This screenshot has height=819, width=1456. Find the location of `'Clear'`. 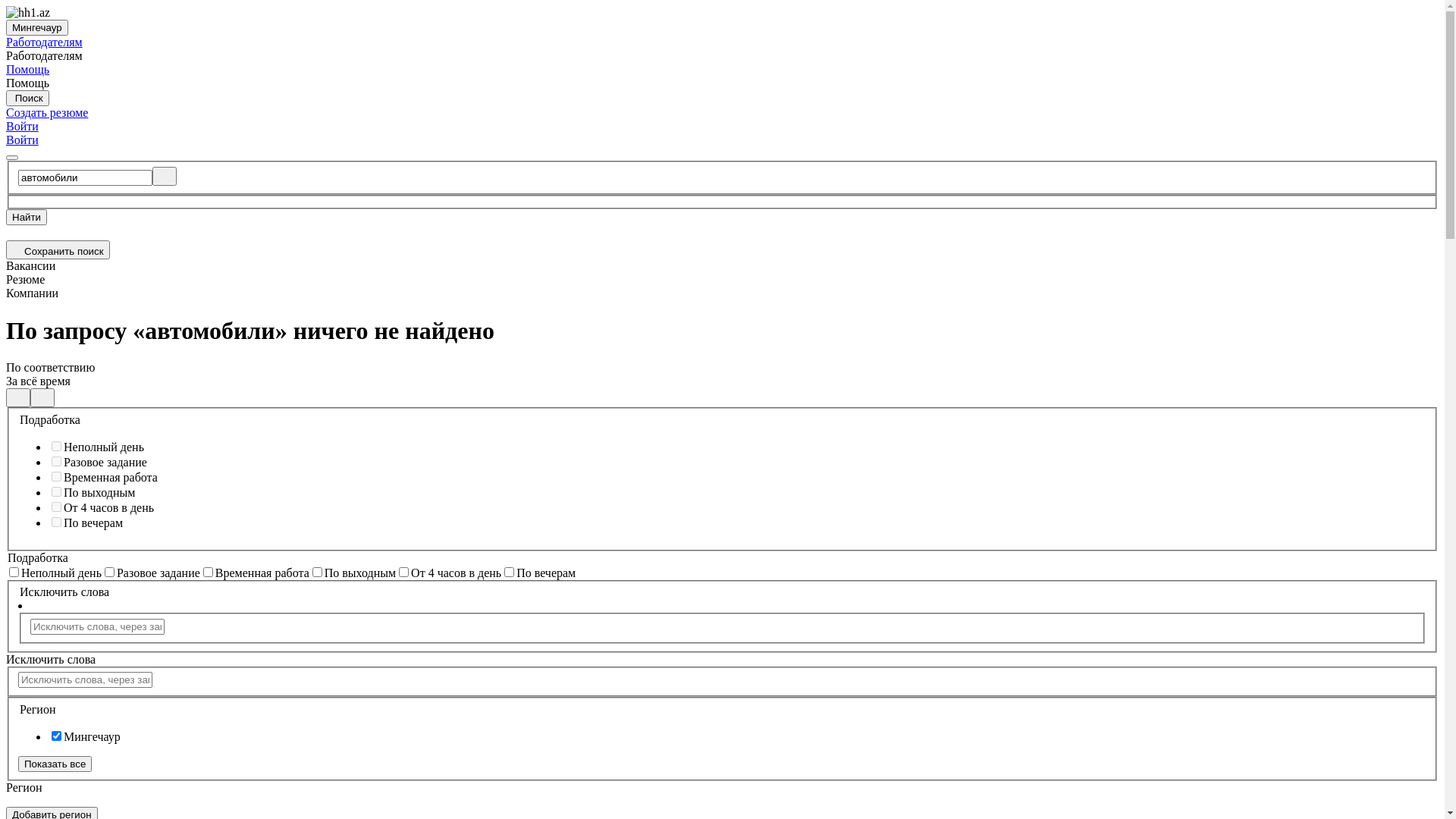

'Clear' is located at coordinates (164, 175).